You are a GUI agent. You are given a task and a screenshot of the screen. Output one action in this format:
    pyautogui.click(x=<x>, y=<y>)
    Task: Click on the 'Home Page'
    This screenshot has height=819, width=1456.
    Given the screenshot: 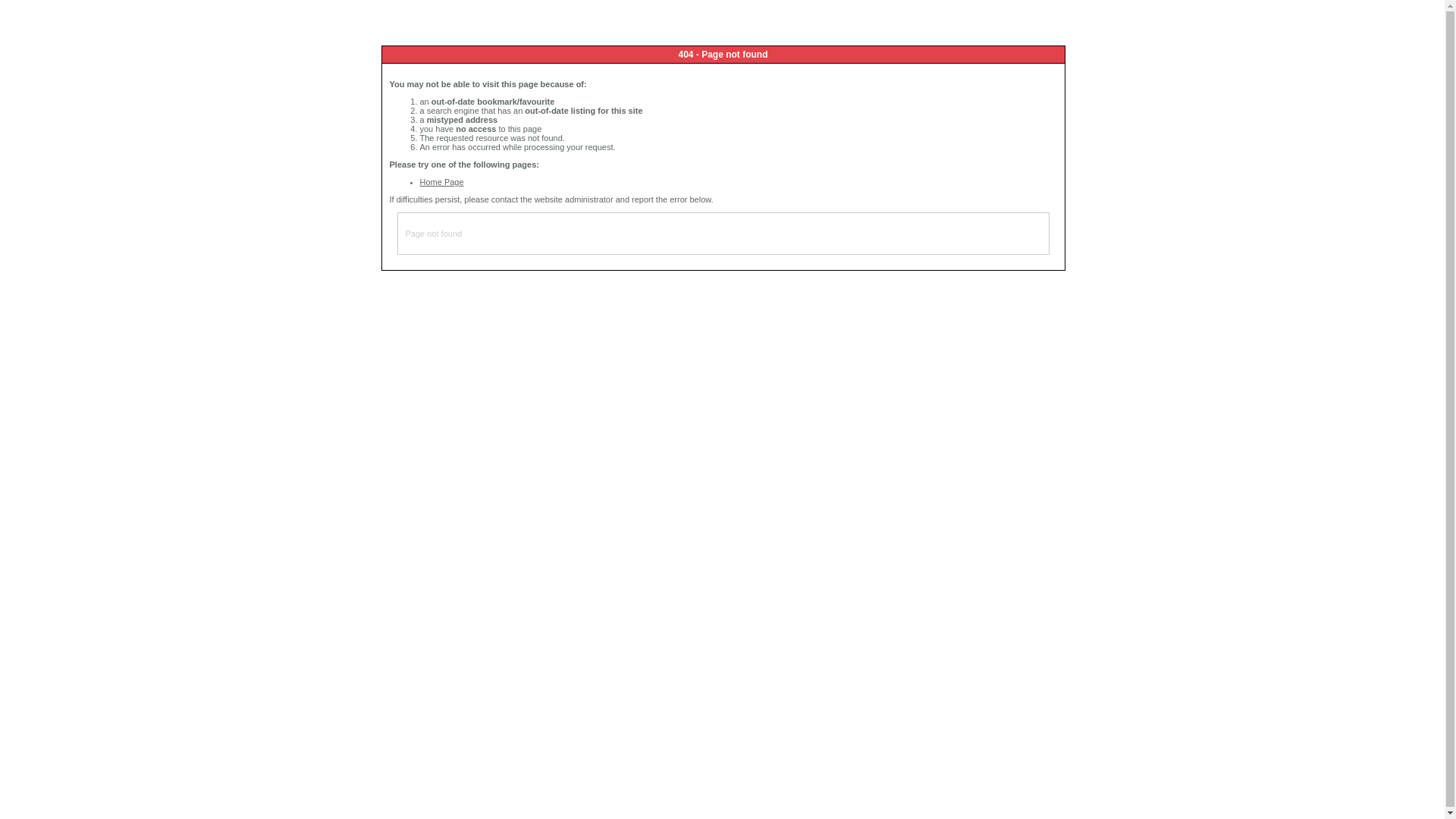 What is the action you would take?
    pyautogui.click(x=419, y=180)
    